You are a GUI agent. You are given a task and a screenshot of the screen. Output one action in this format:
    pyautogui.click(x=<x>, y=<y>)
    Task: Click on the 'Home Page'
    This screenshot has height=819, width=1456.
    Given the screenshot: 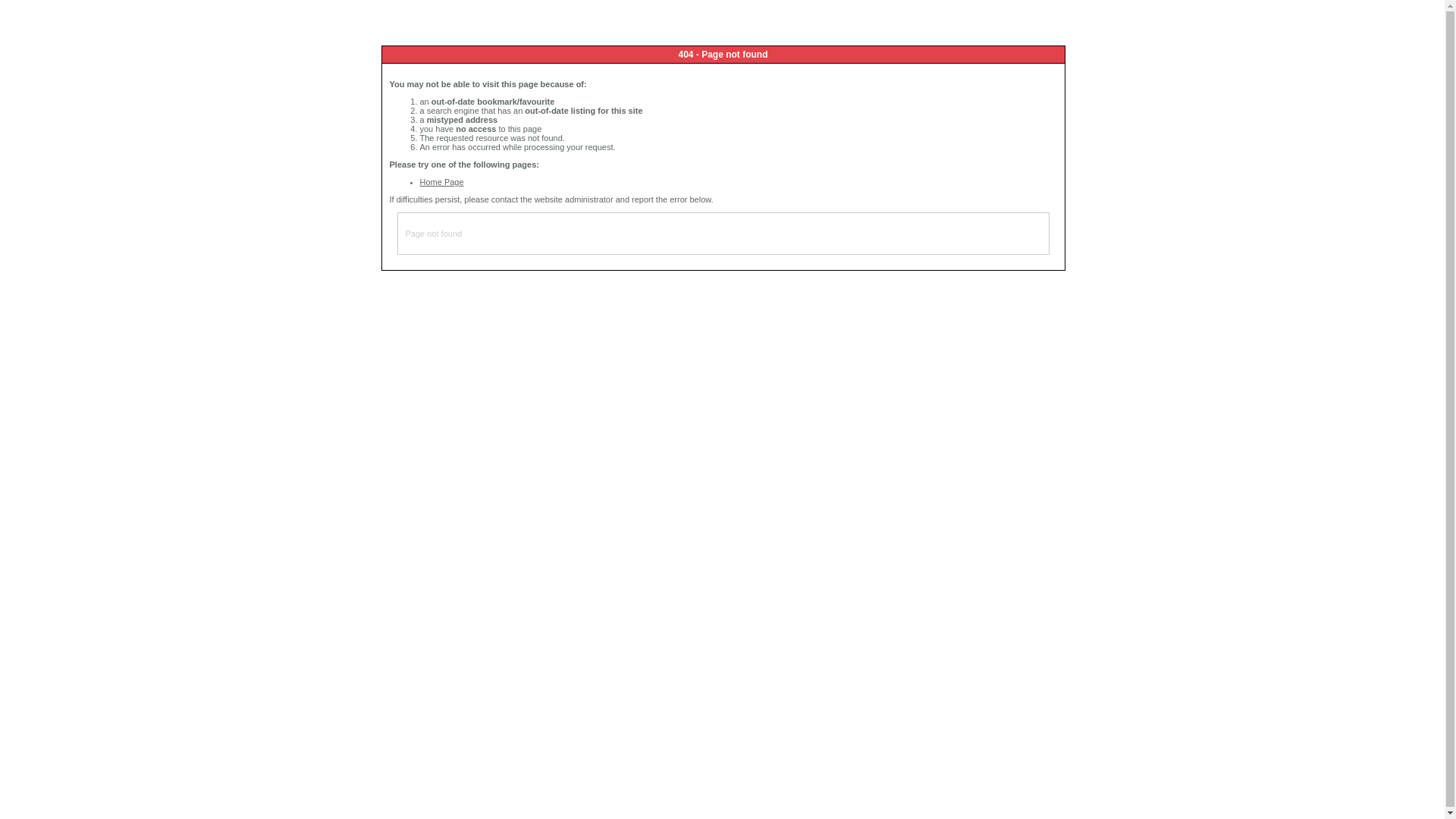 What is the action you would take?
    pyautogui.click(x=419, y=180)
    